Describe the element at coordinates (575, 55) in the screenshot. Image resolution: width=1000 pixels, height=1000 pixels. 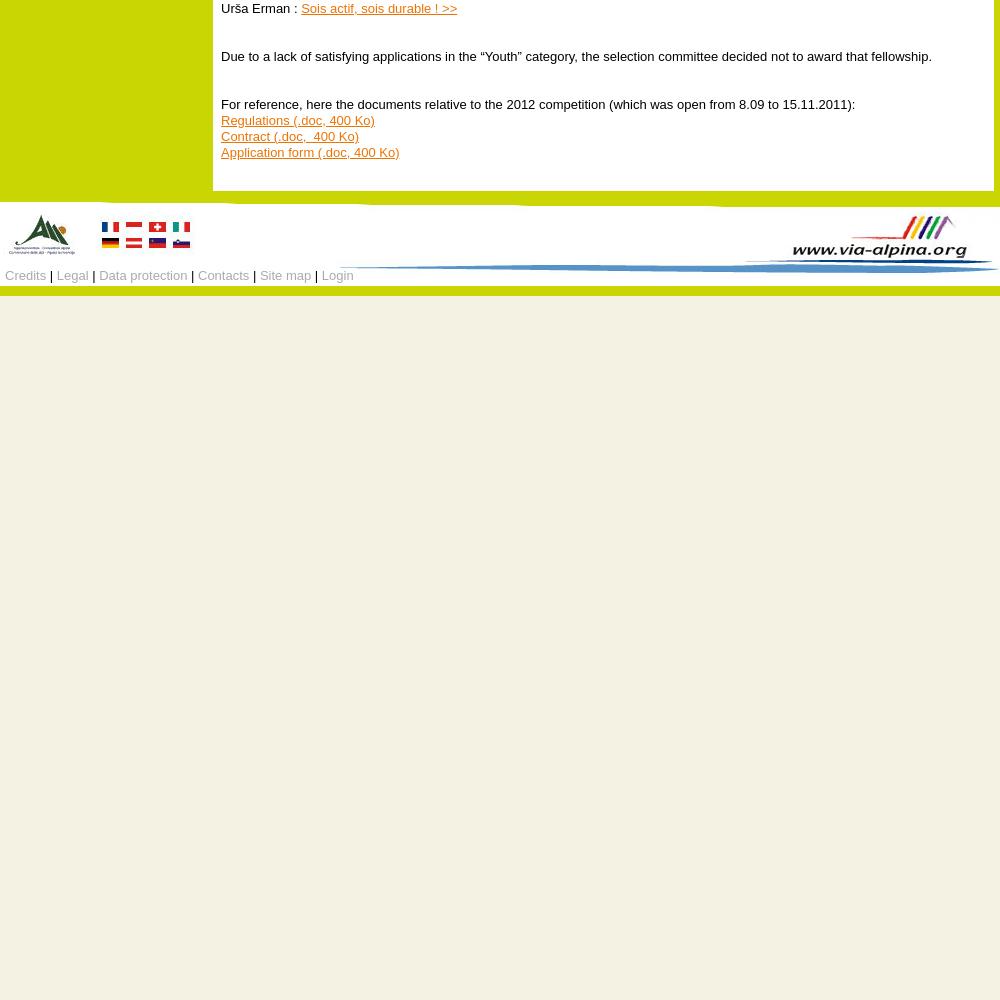
I see `'Due to a lack of satisfying applications in the “Youth” category, the  selection committee decided not to award that fellowship.'` at that location.